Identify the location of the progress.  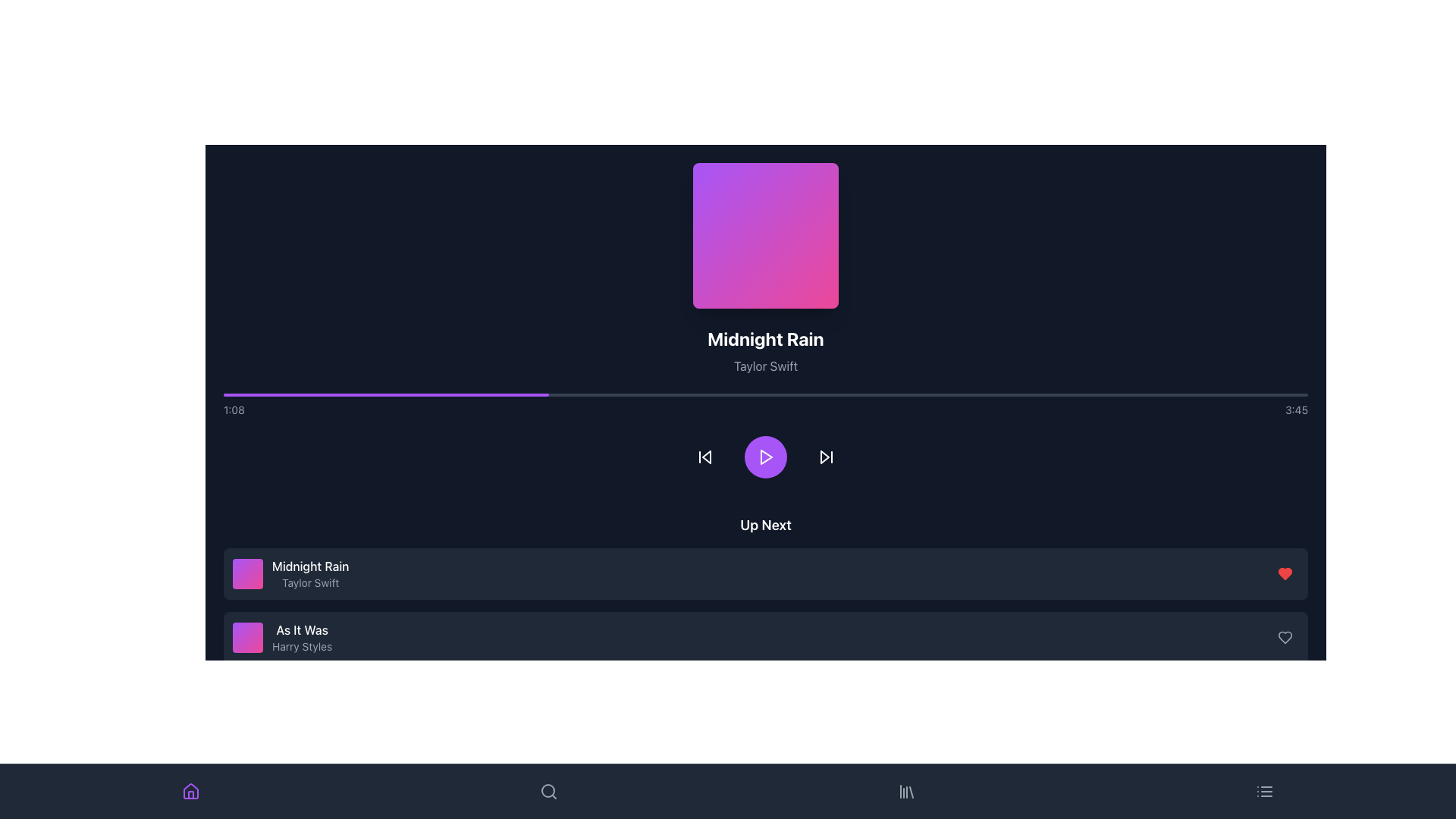
(1296, 394).